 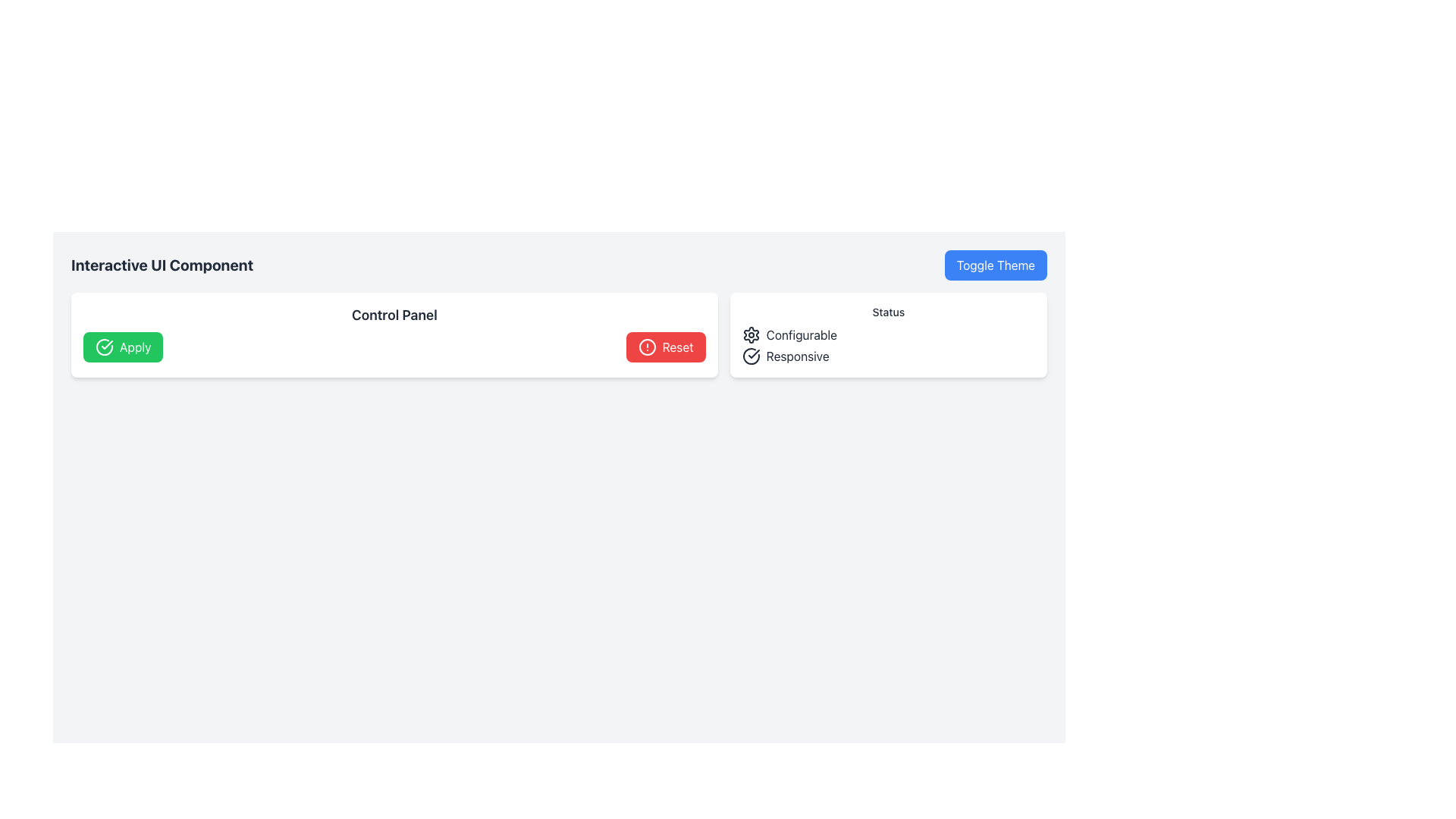 What do you see at coordinates (104, 347) in the screenshot?
I see `the circular outline of the checkmark icon within the green 'Apply' button located in the top-left section of the interface` at bounding box center [104, 347].